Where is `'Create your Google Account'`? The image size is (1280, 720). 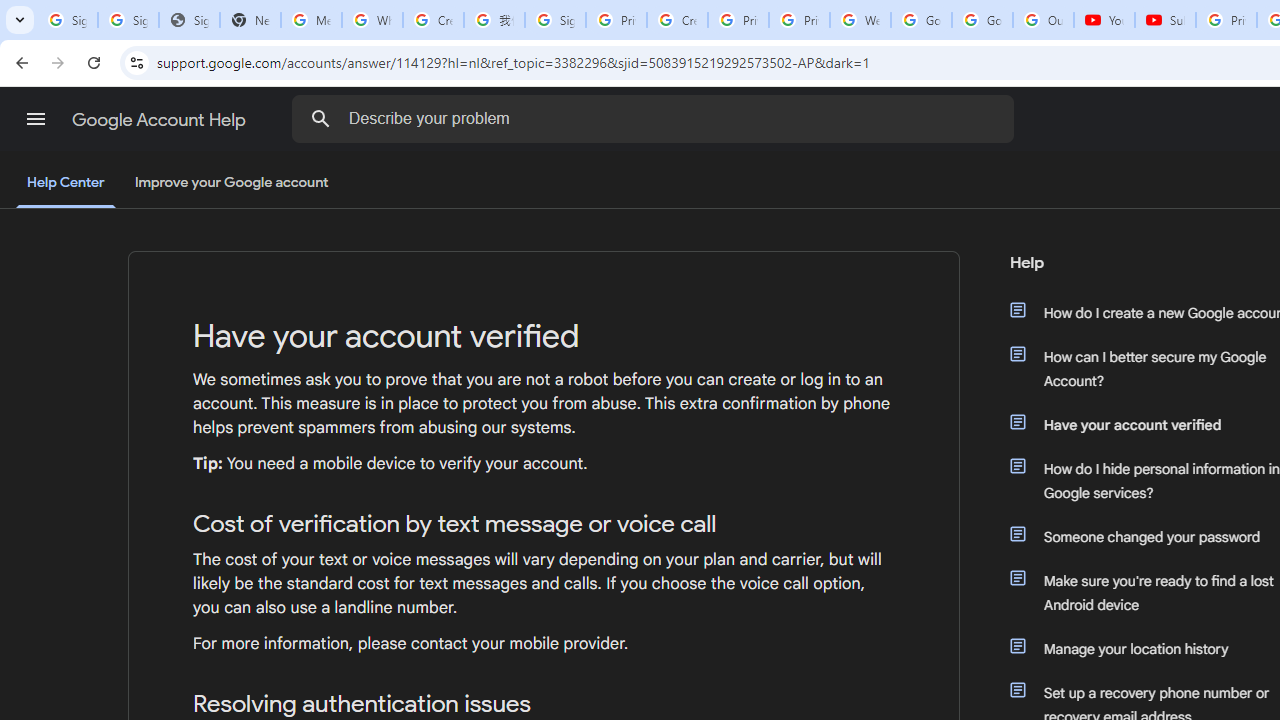
'Create your Google Account' is located at coordinates (677, 20).